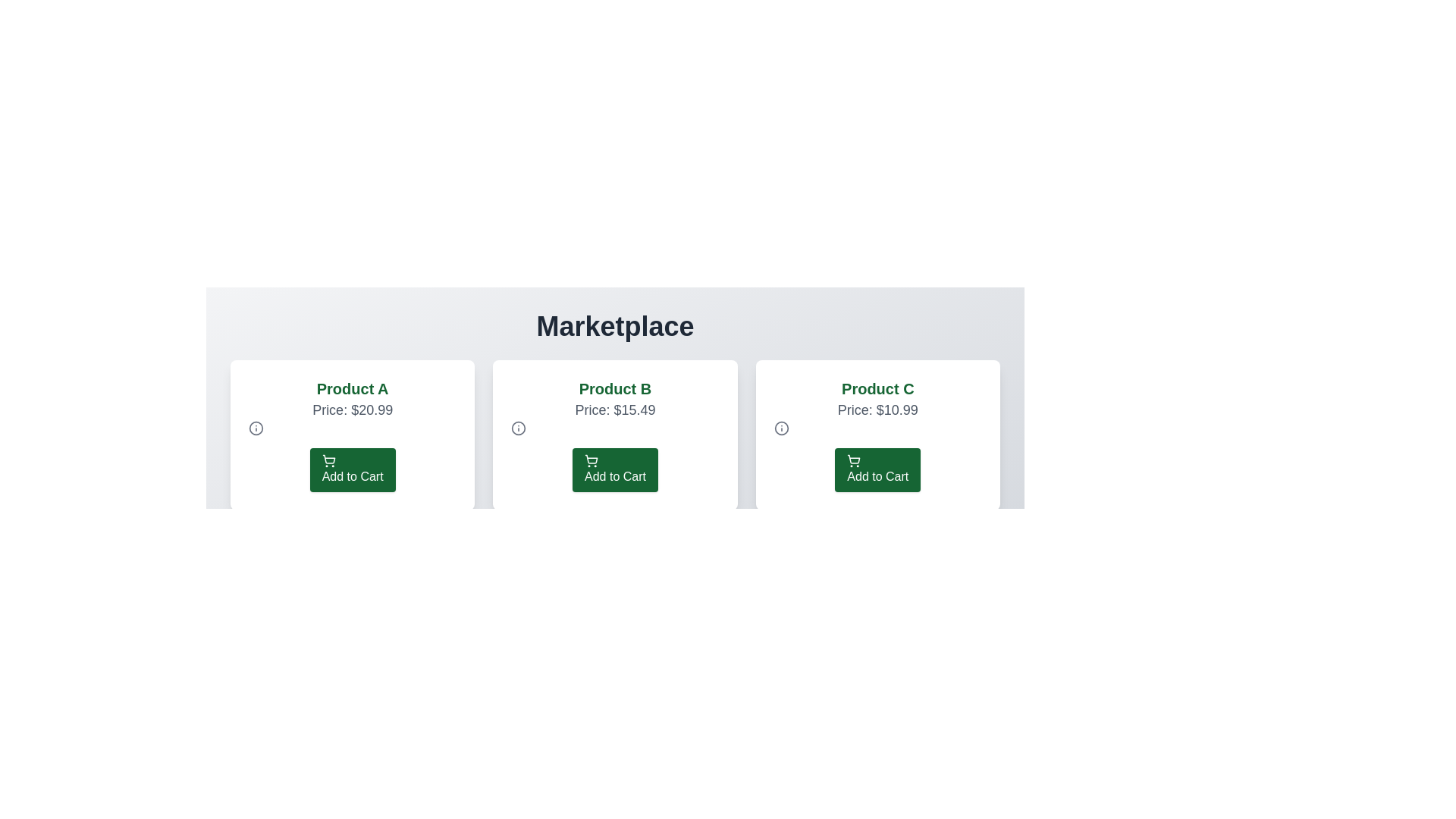 Image resolution: width=1456 pixels, height=819 pixels. I want to click on the informational icon located within the product card for 'Product C', positioned below the price label and above the 'Add to Cart' button, so click(781, 428).